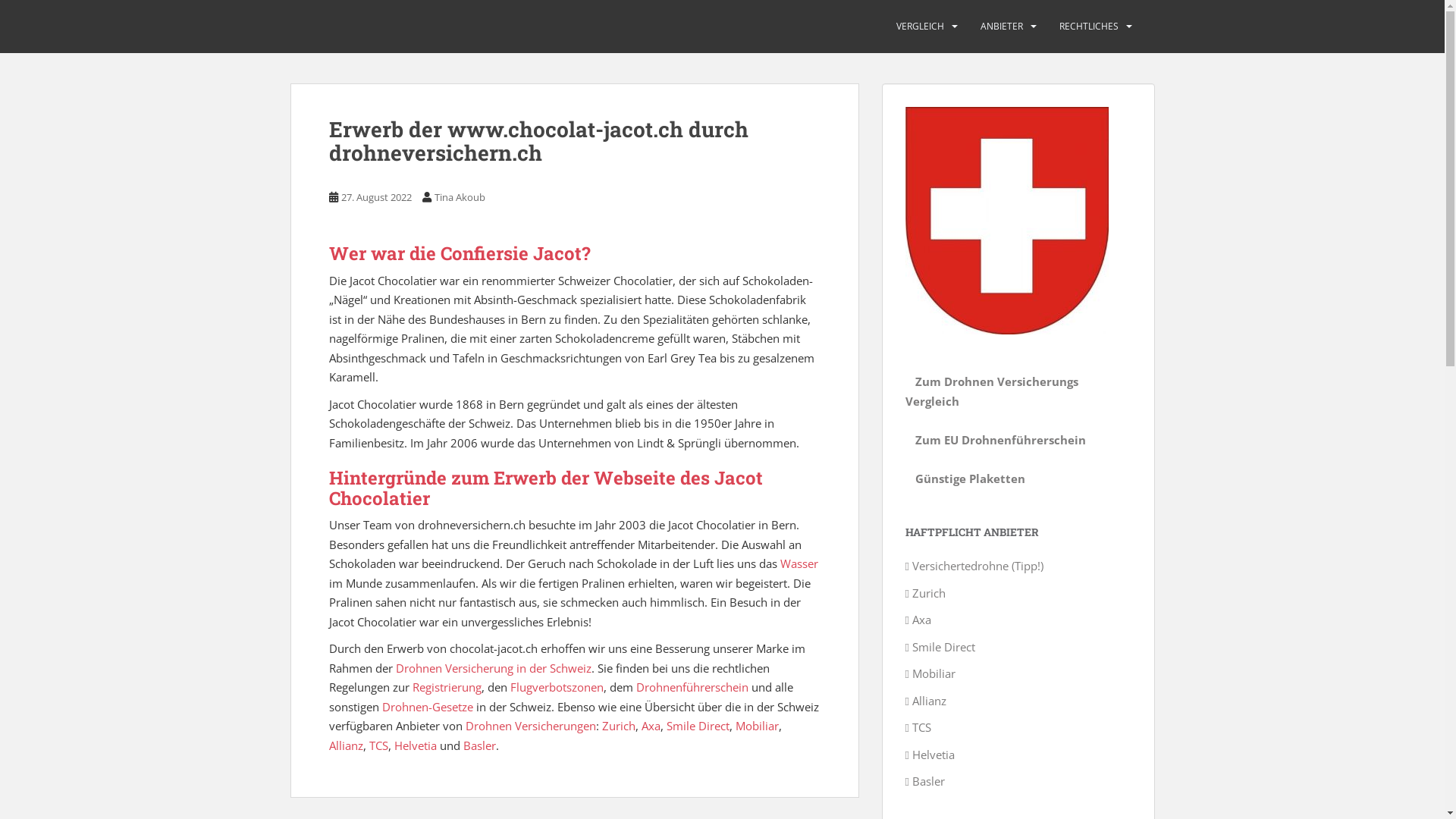 This screenshot has height=819, width=1456. Describe the element at coordinates (376, 196) in the screenshot. I see `'27. August 2022'` at that location.